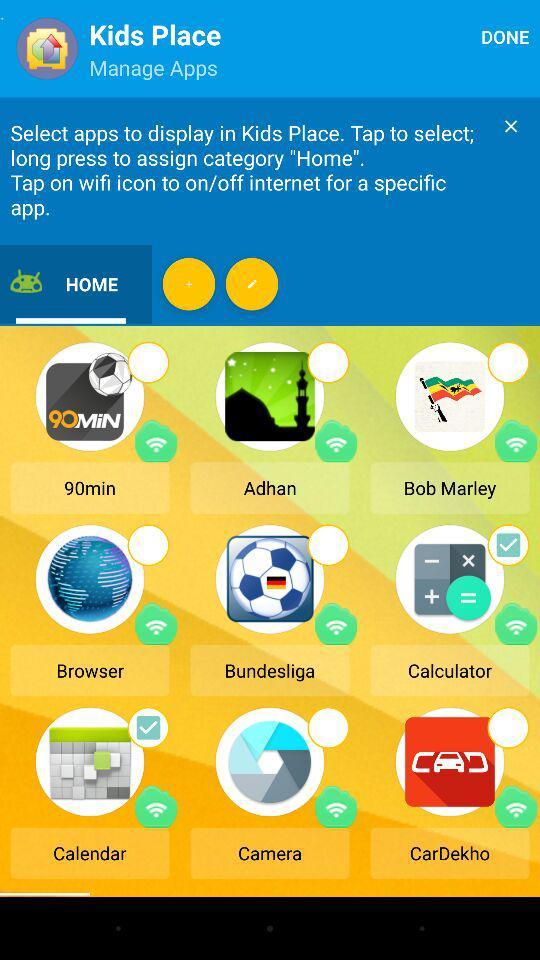 The width and height of the screenshot is (540, 960). Describe the element at coordinates (155, 623) in the screenshot. I see `wifi icon on/off` at that location.